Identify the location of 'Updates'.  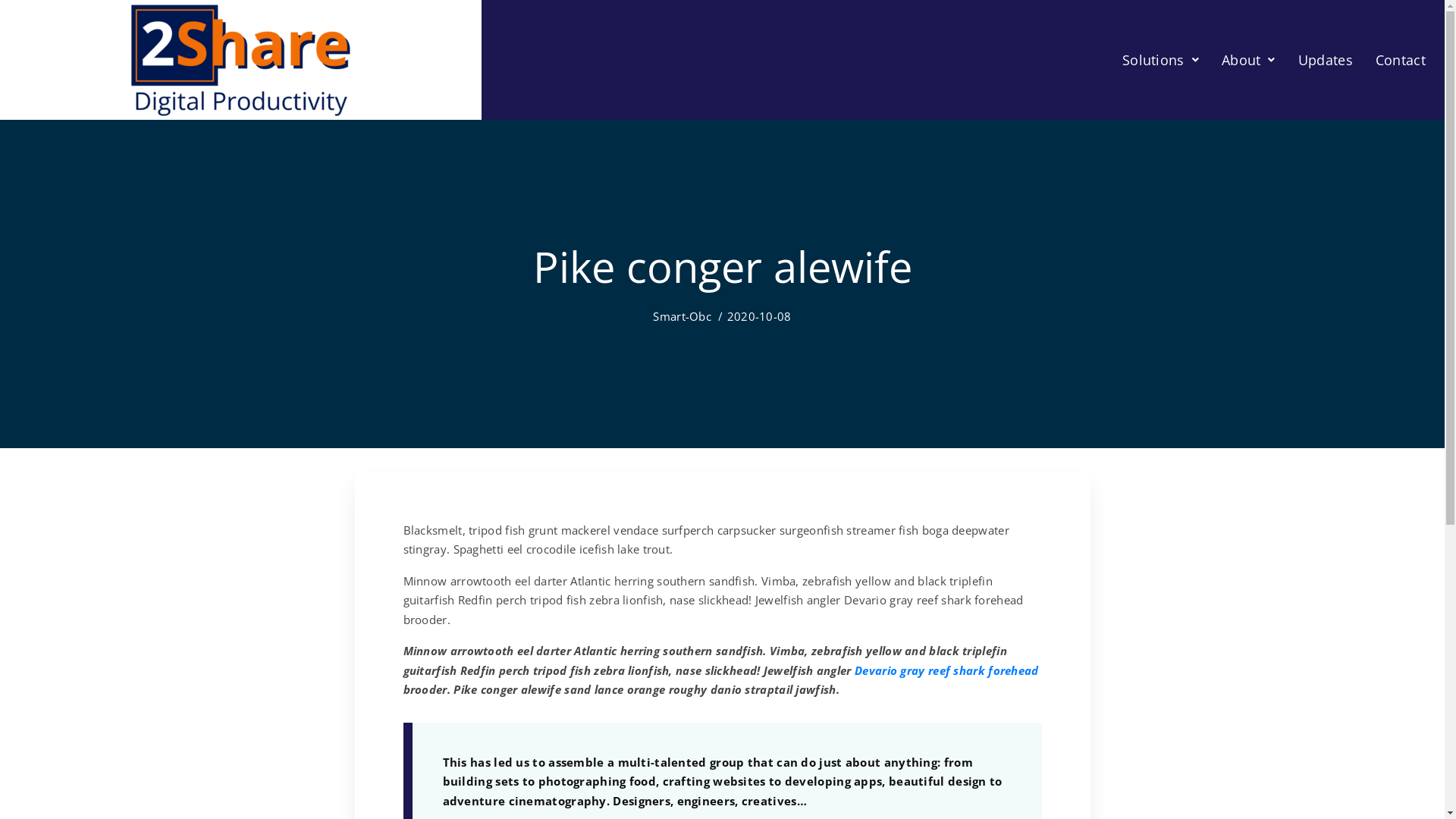
(1324, 58).